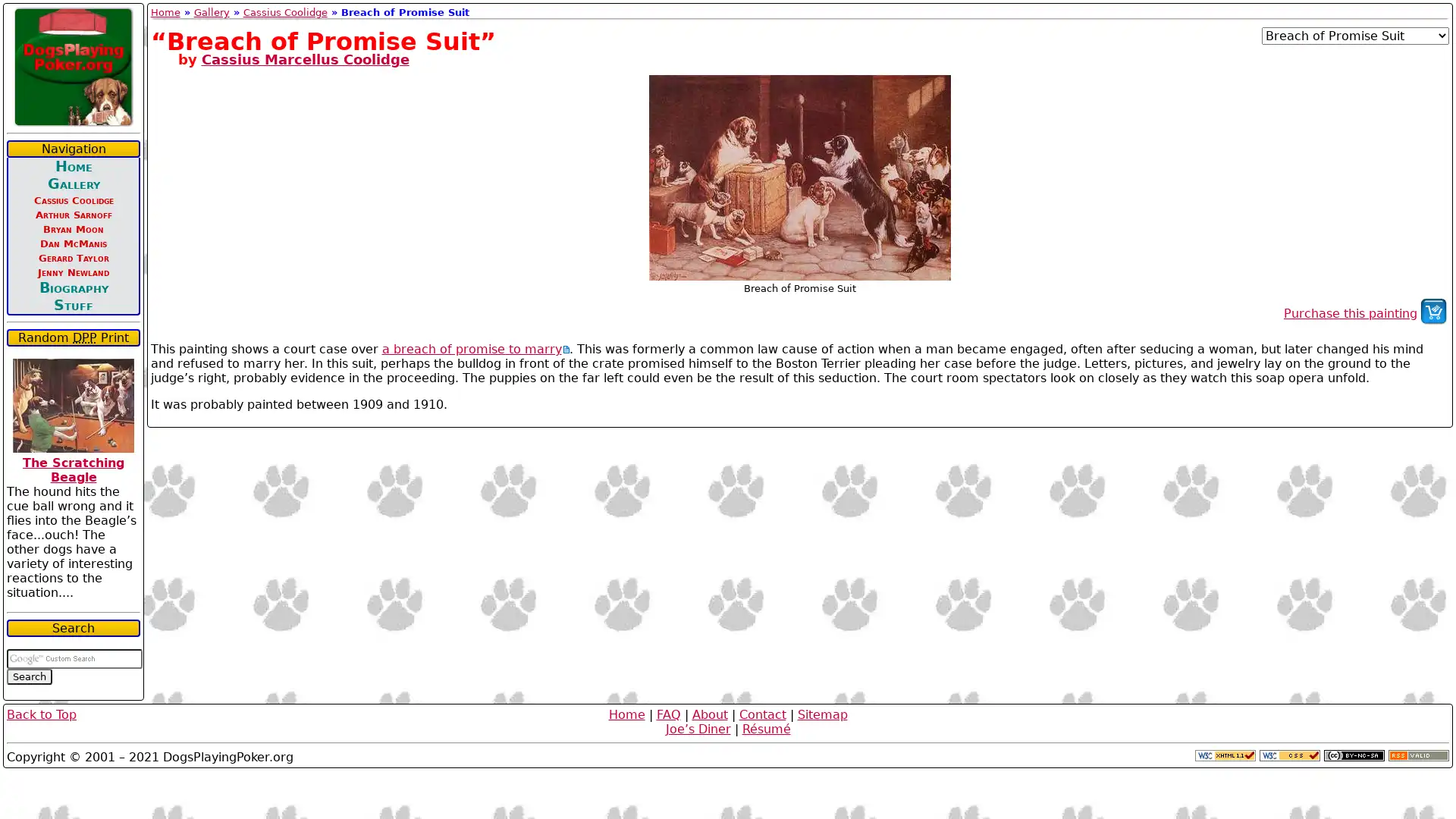 The image size is (1456, 819). Describe the element at coordinates (29, 676) in the screenshot. I see `Search` at that location.